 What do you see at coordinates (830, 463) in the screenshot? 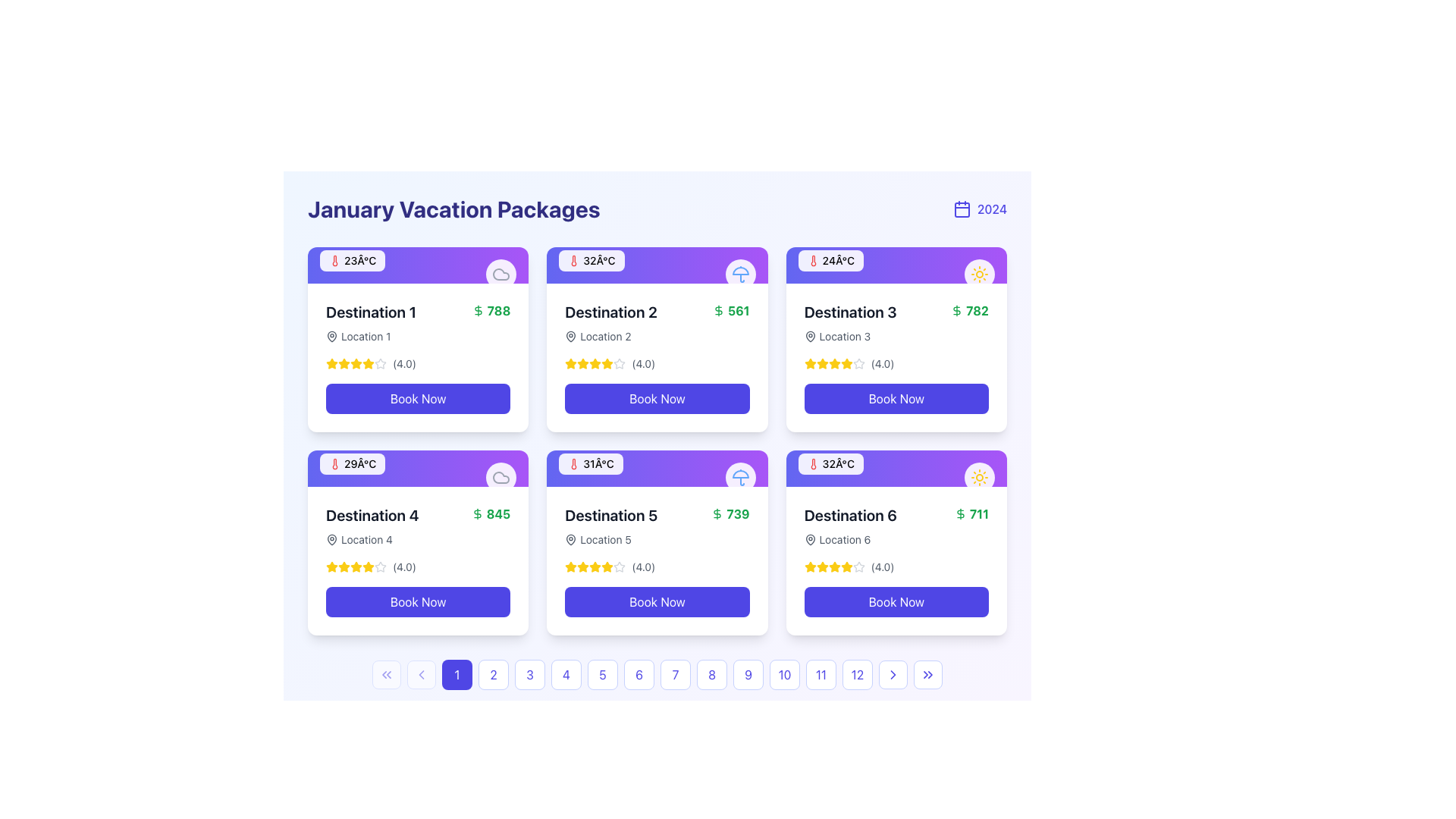
I see `the Information Label displaying '32°C' located in the header section of the last card representing 'Destination 6'` at bounding box center [830, 463].